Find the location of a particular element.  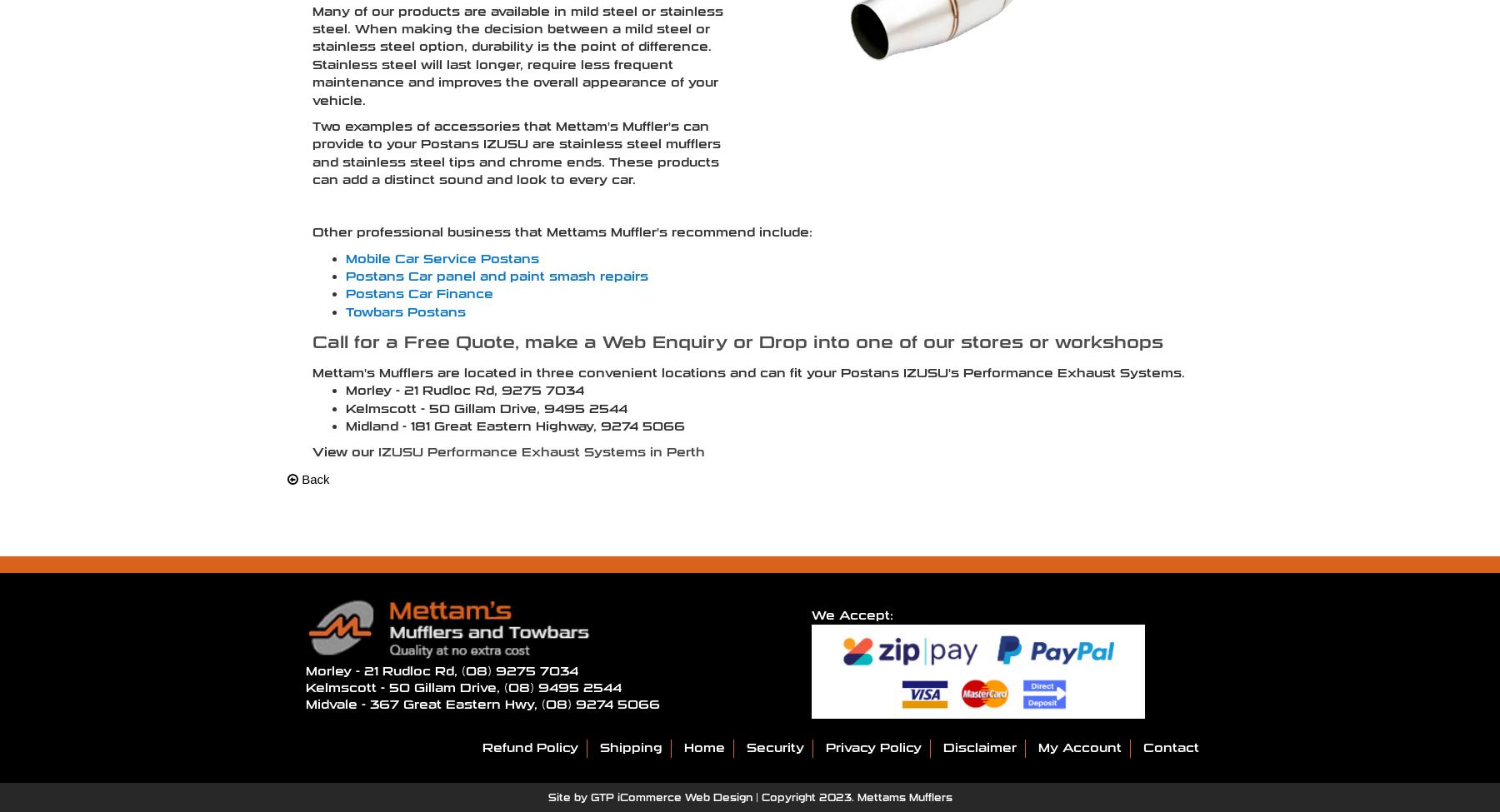

'Midland - 181 Great Eastern Highway, 9274 5066' is located at coordinates (515, 425).